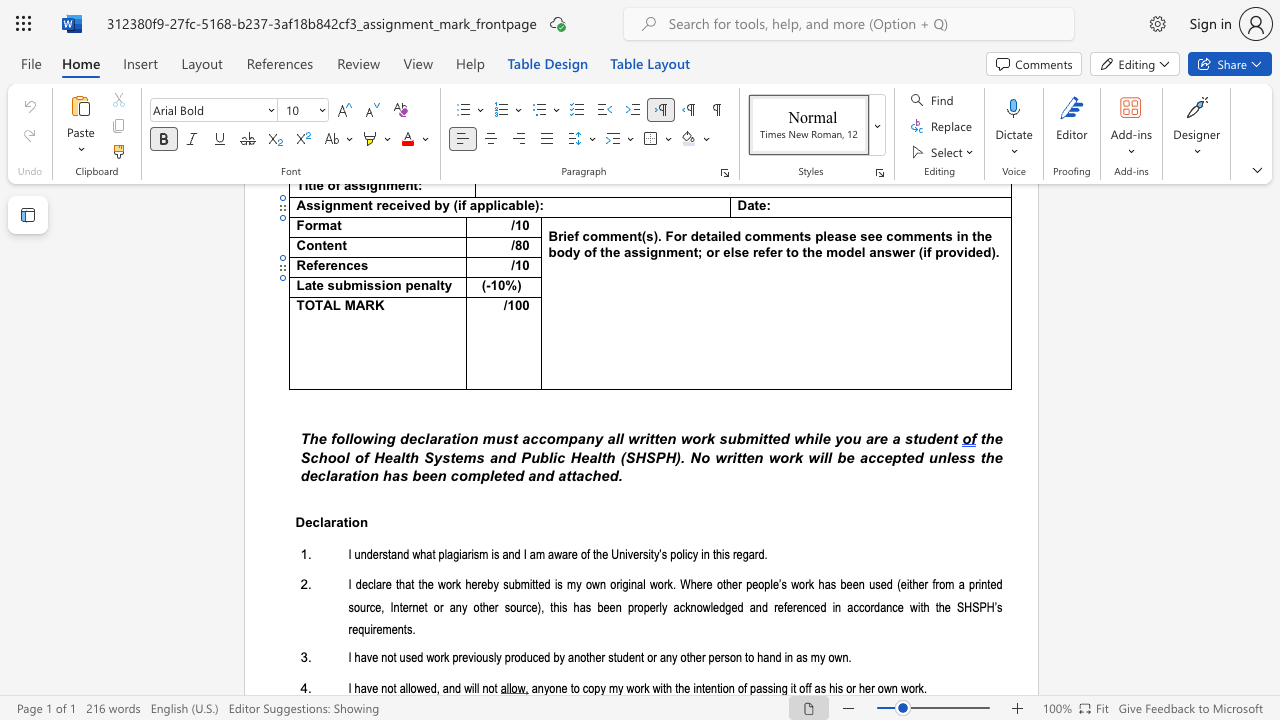 The height and width of the screenshot is (720, 1280). What do you see at coordinates (350, 438) in the screenshot?
I see `the 2th character "l" in the text` at bounding box center [350, 438].